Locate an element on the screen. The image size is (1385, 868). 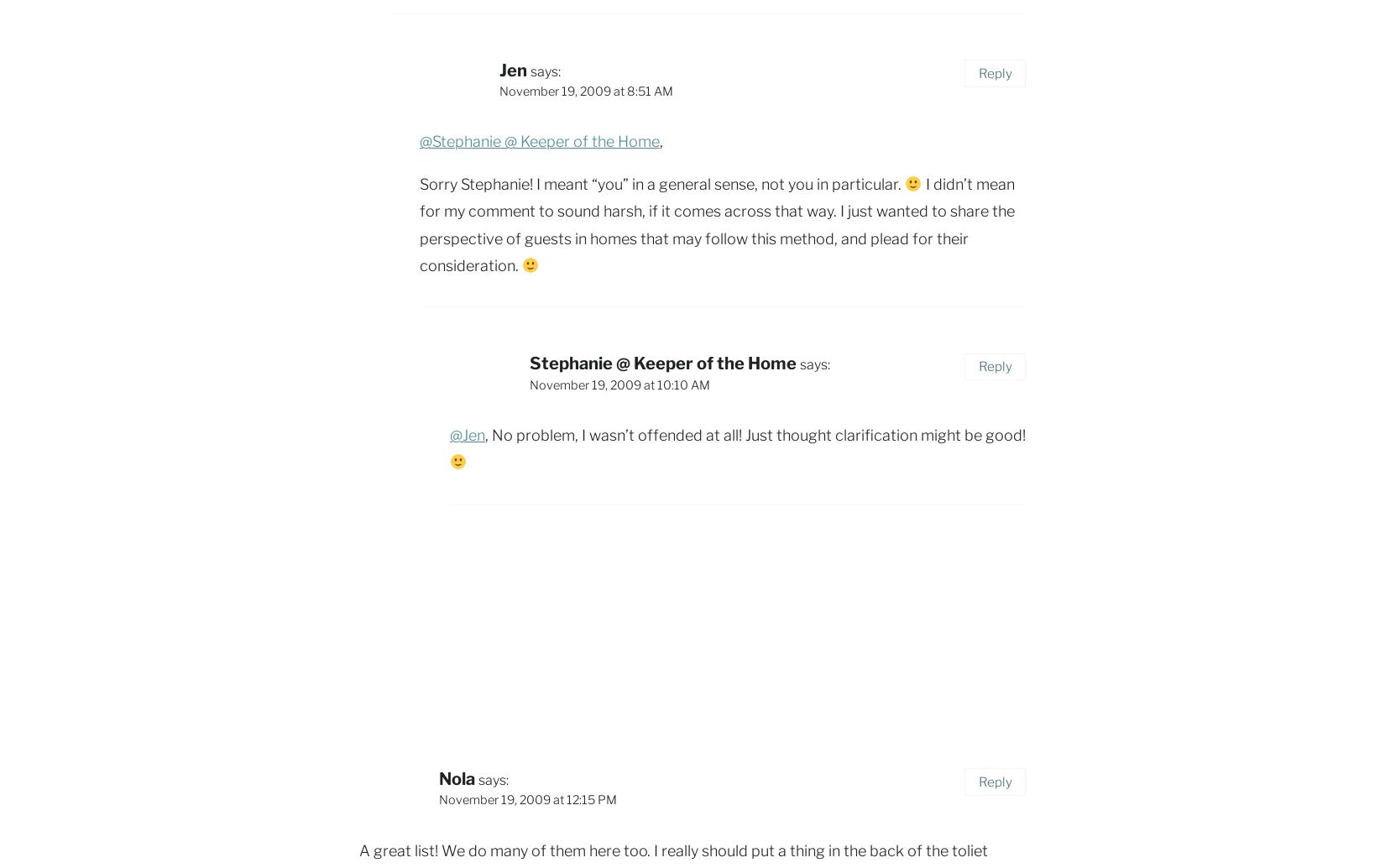
'Jen' is located at coordinates (512, 70).